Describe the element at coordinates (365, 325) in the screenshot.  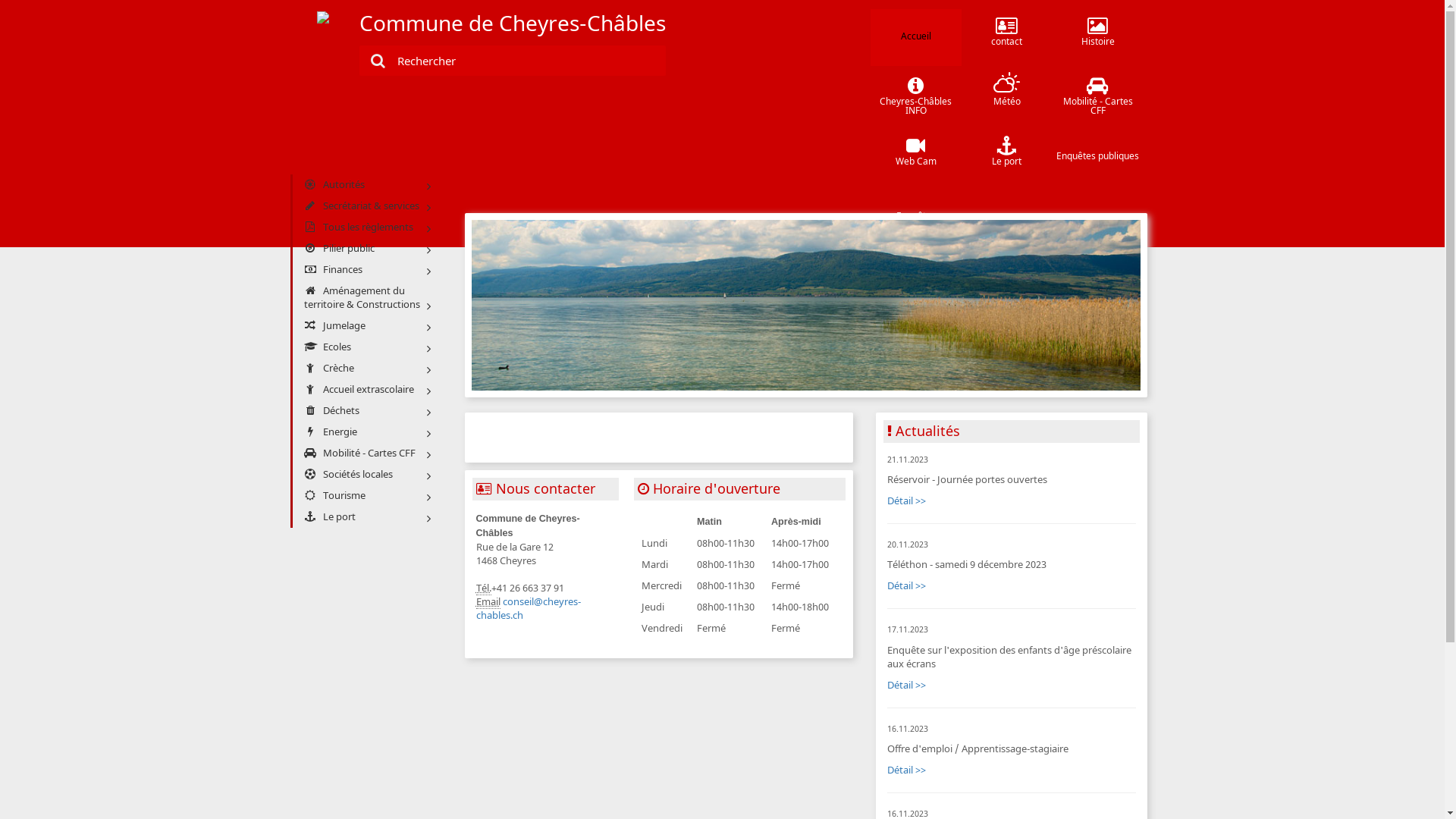
I see `'Jumelage'` at that location.